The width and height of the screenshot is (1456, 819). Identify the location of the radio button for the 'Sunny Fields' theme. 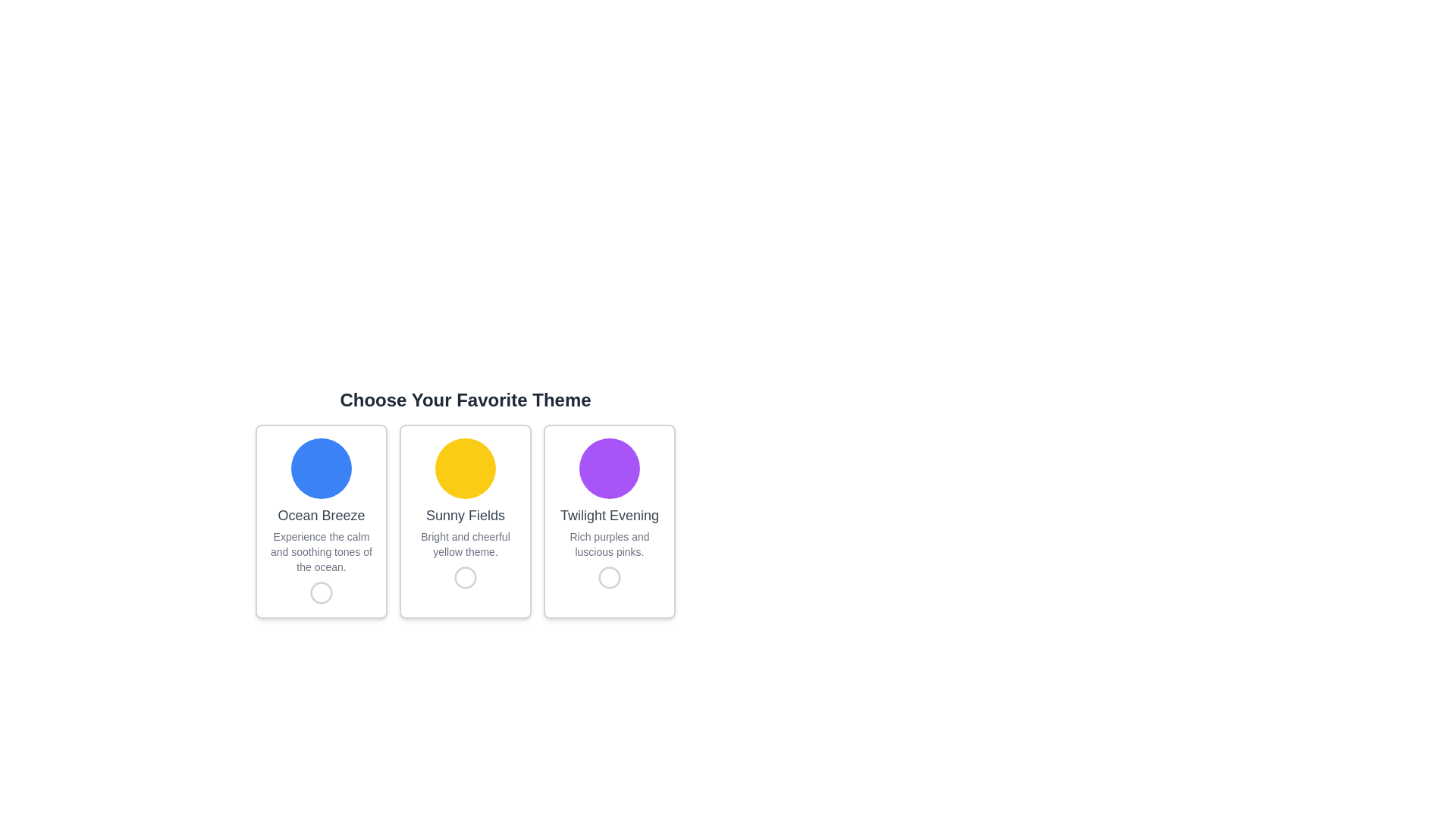
(465, 578).